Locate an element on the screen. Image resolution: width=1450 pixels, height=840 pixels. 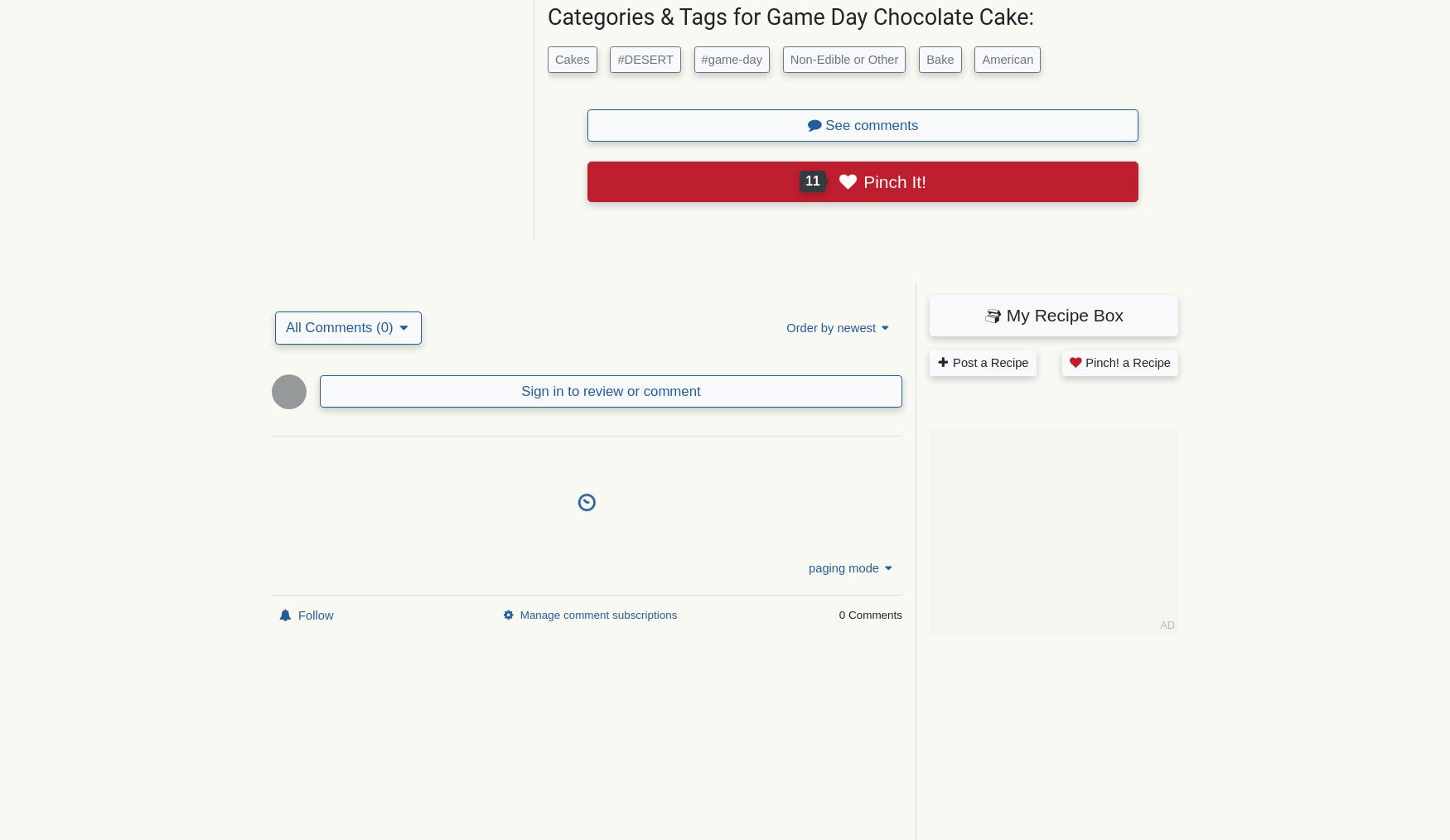
'Post a Recipe' is located at coordinates (988, 362).